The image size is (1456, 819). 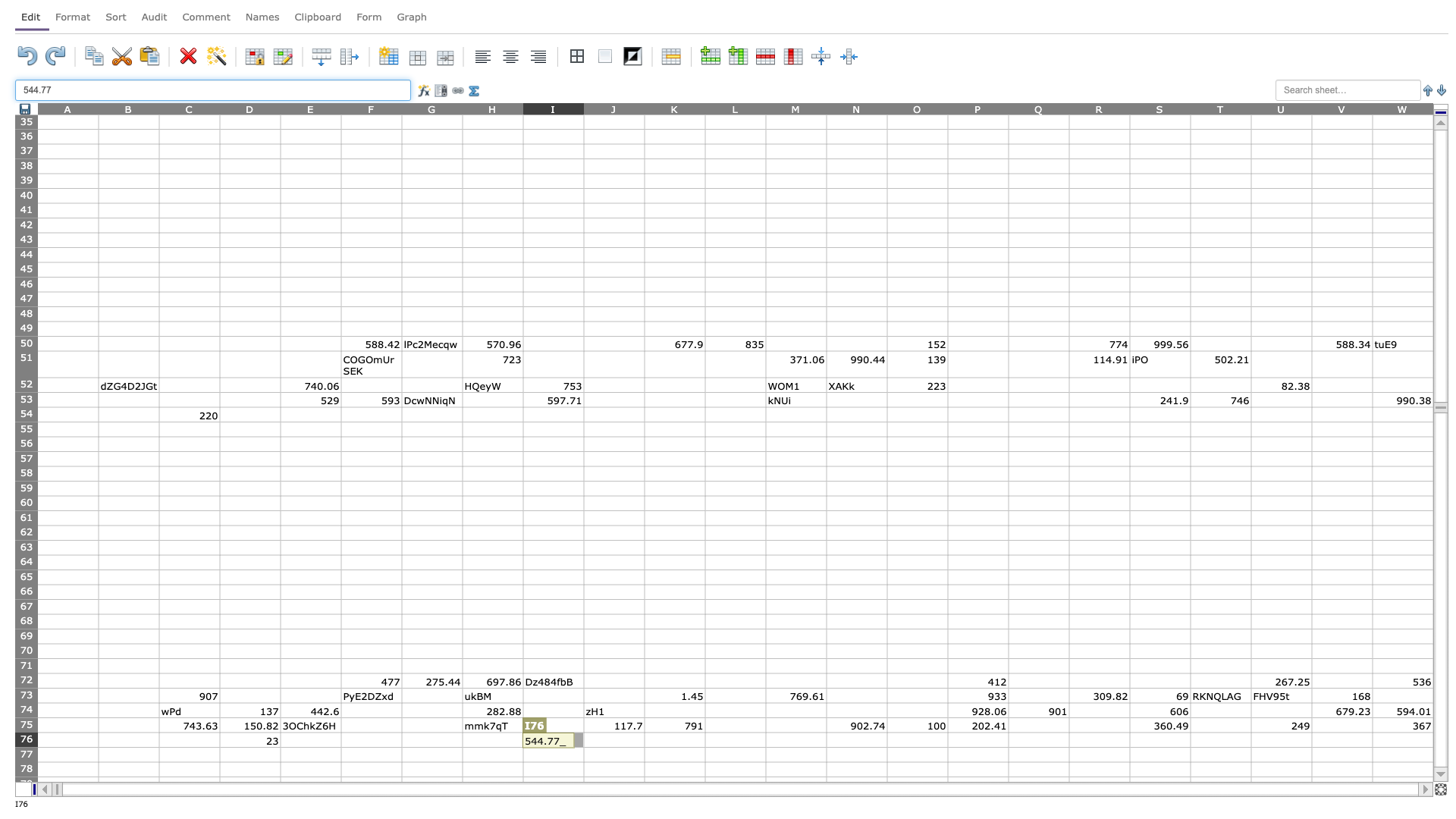 What do you see at coordinates (582, 731) in the screenshot?
I see `Top left corner of J-76` at bounding box center [582, 731].